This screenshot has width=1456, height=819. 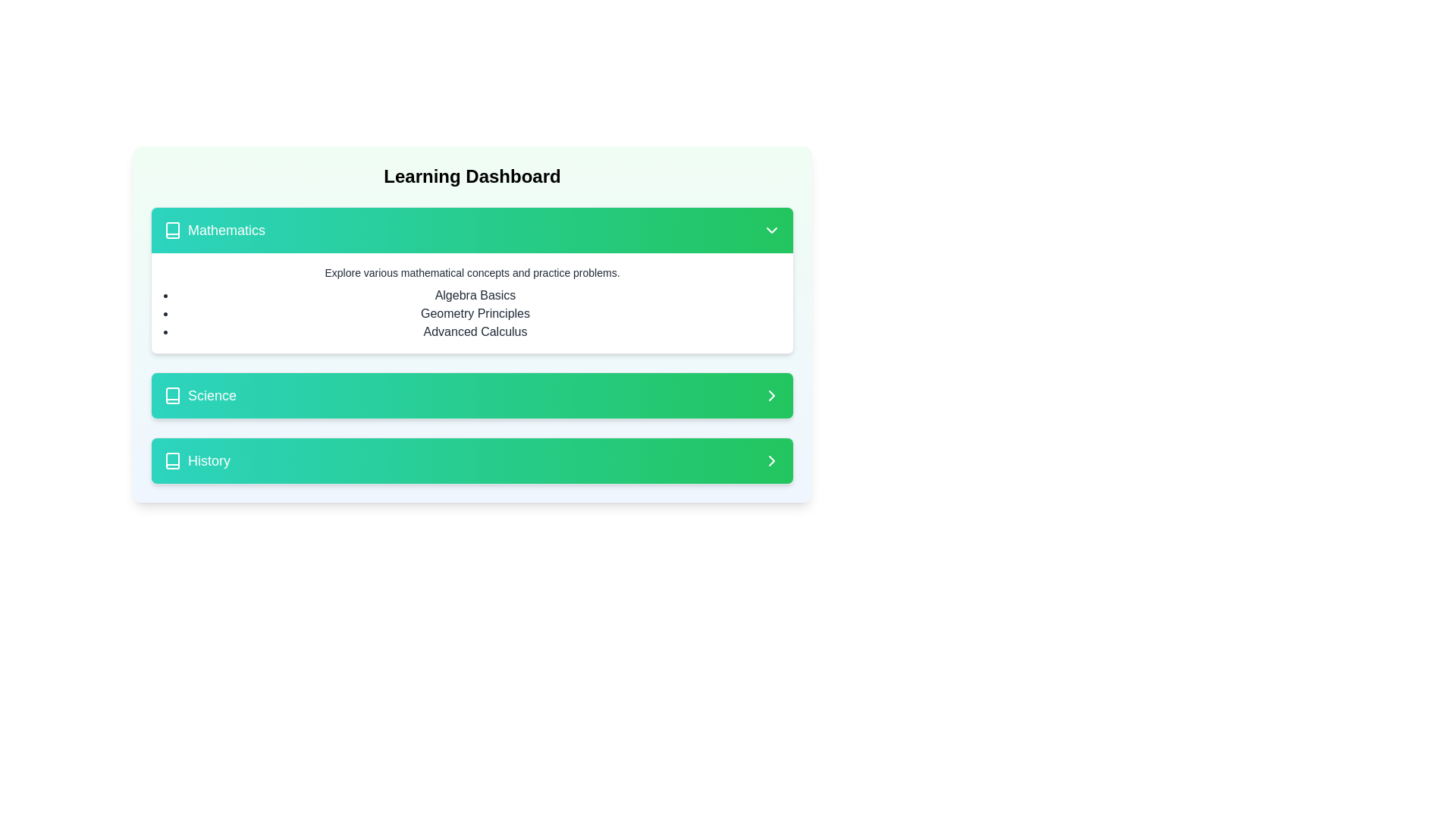 What do you see at coordinates (172, 460) in the screenshot?
I see `the open book icon embedded within the green 'History' button, which is the third button in a vertical stack of three buttons` at bounding box center [172, 460].